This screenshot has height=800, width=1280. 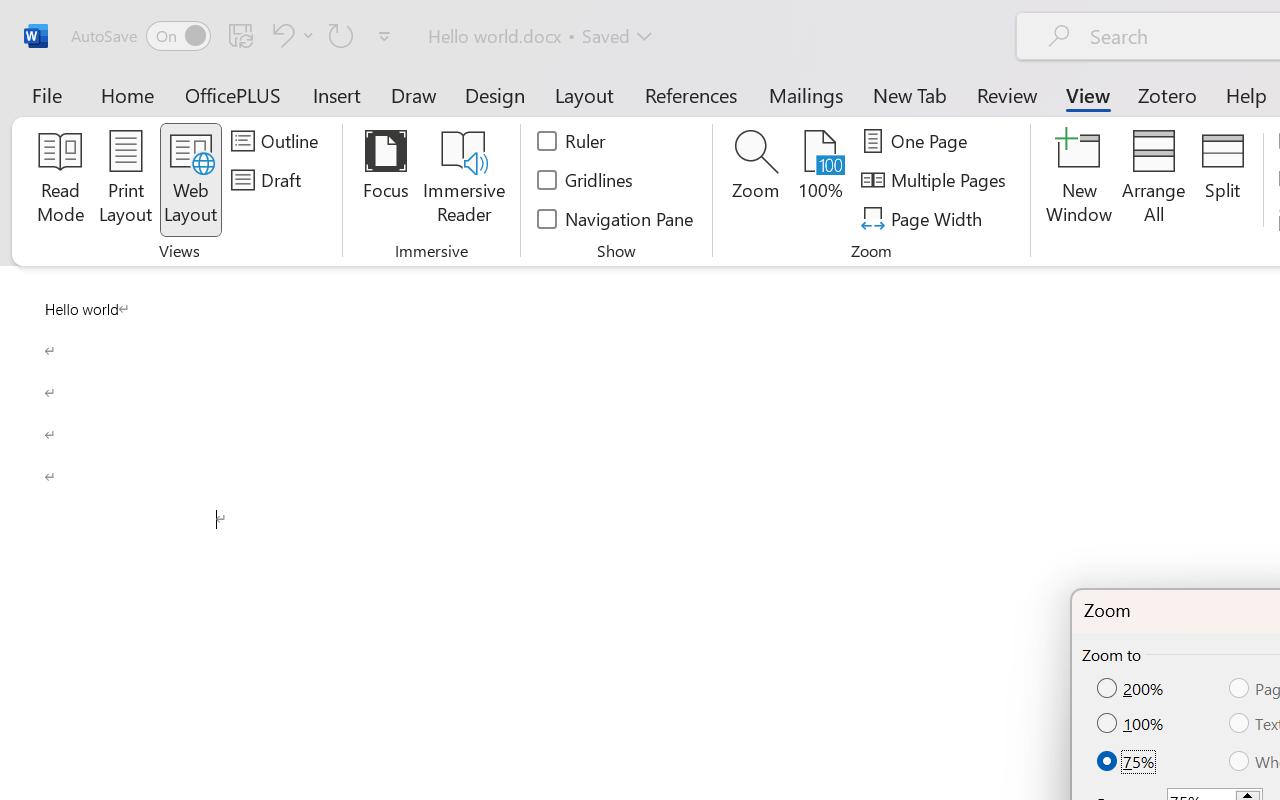 I want to click on 'Web Layout', so click(x=190, y=179).